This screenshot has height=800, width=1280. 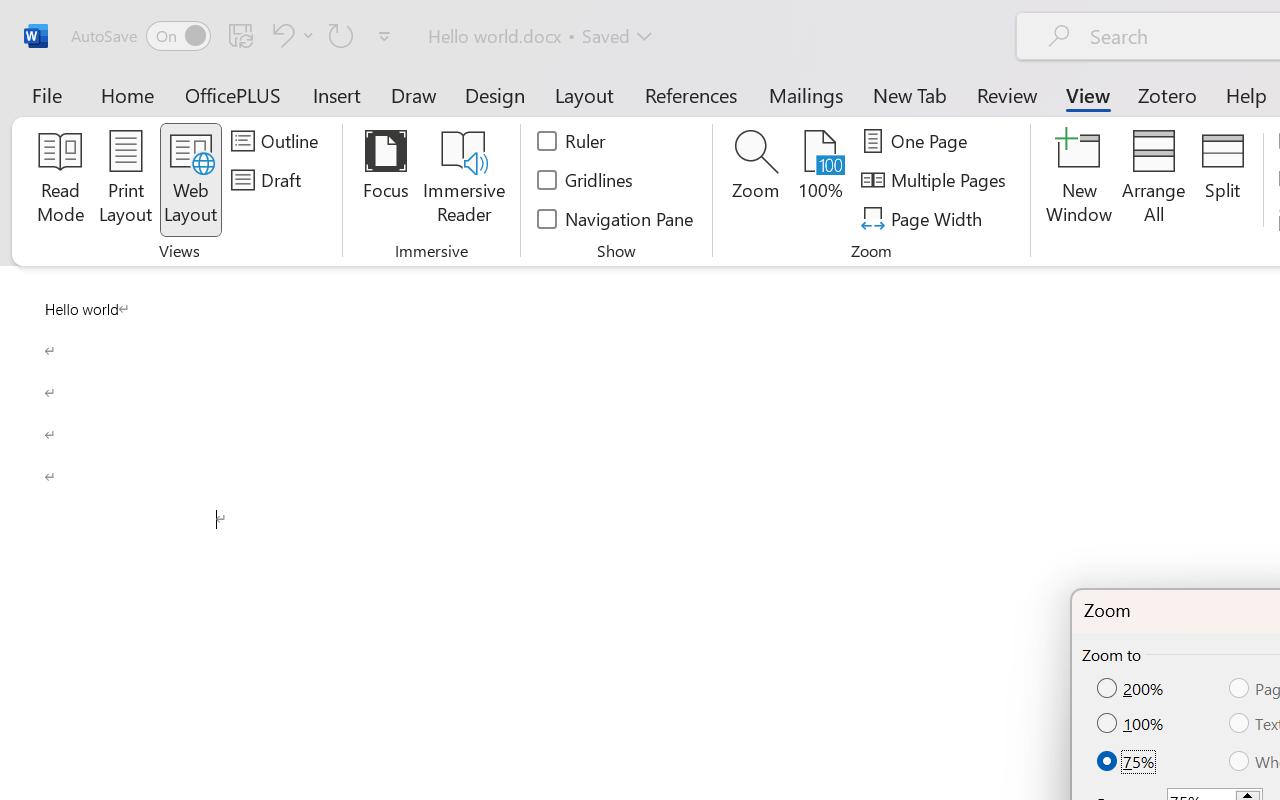 I want to click on 'Web Layout', so click(x=190, y=179).